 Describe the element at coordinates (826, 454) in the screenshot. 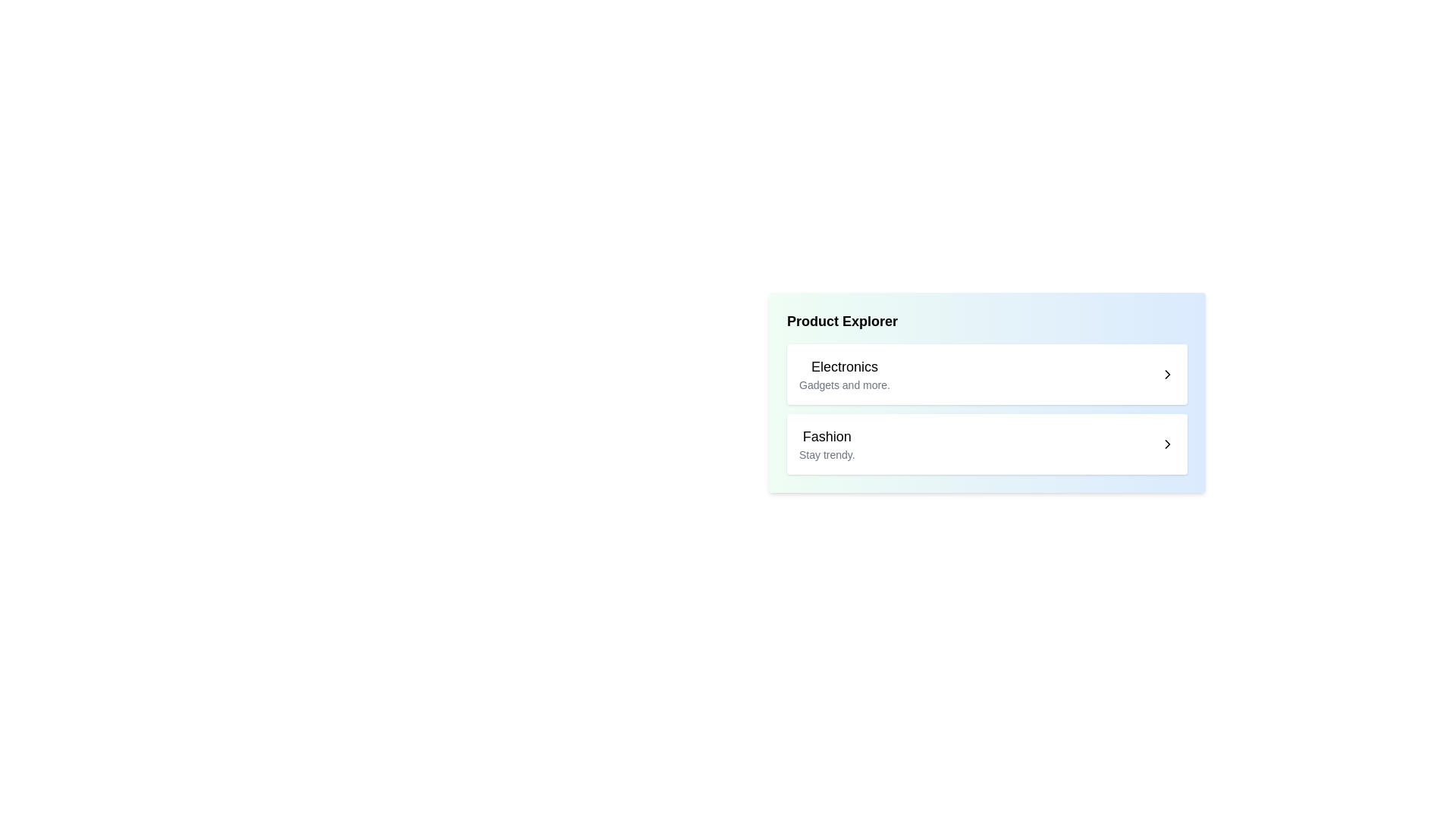

I see `to select the descriptive text label positioned below the 'Fashion' header, which provides additional context or an enticing phrase` at that location.